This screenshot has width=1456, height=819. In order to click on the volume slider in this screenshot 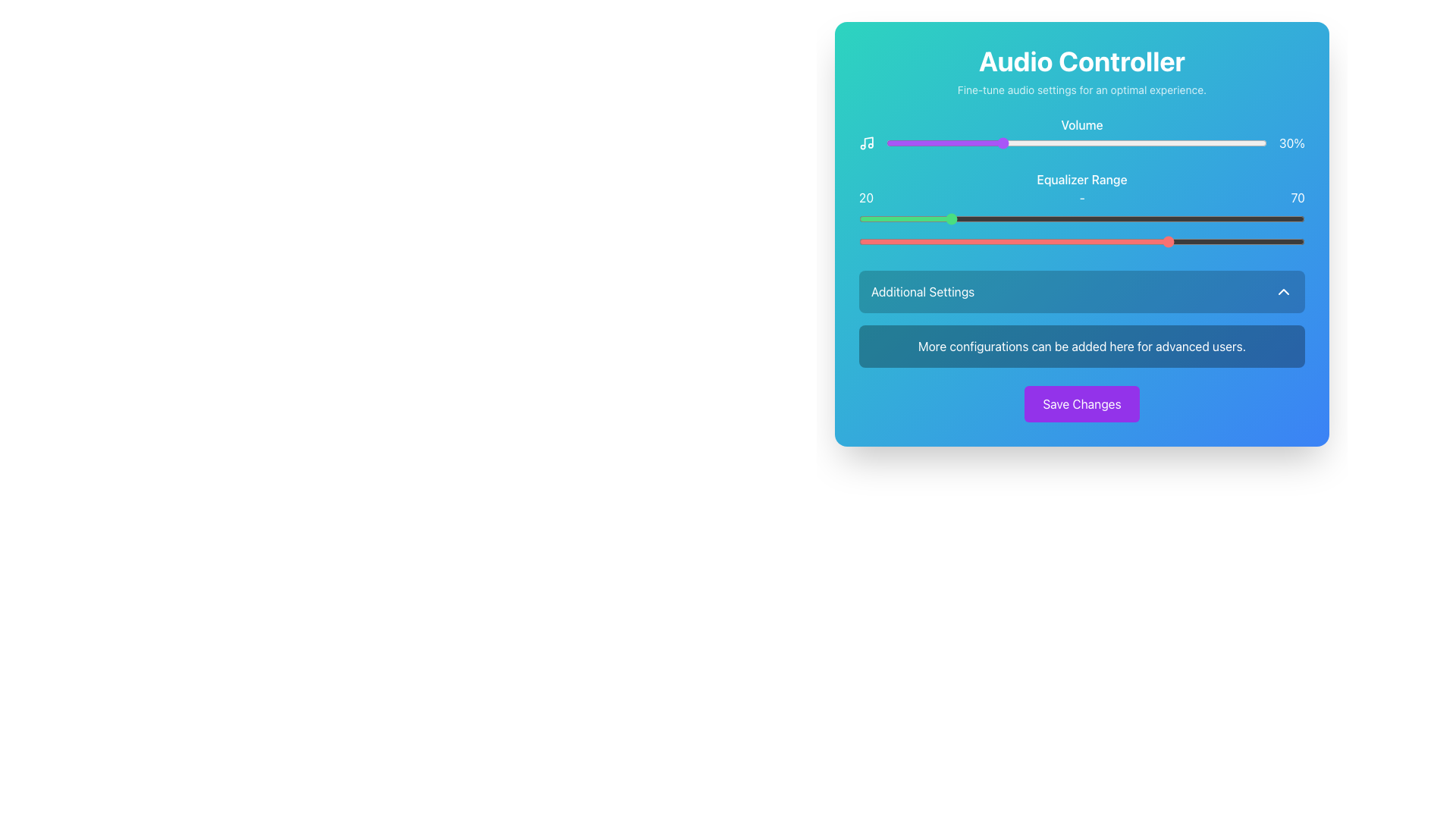, I will do `click(1156, 143)`.